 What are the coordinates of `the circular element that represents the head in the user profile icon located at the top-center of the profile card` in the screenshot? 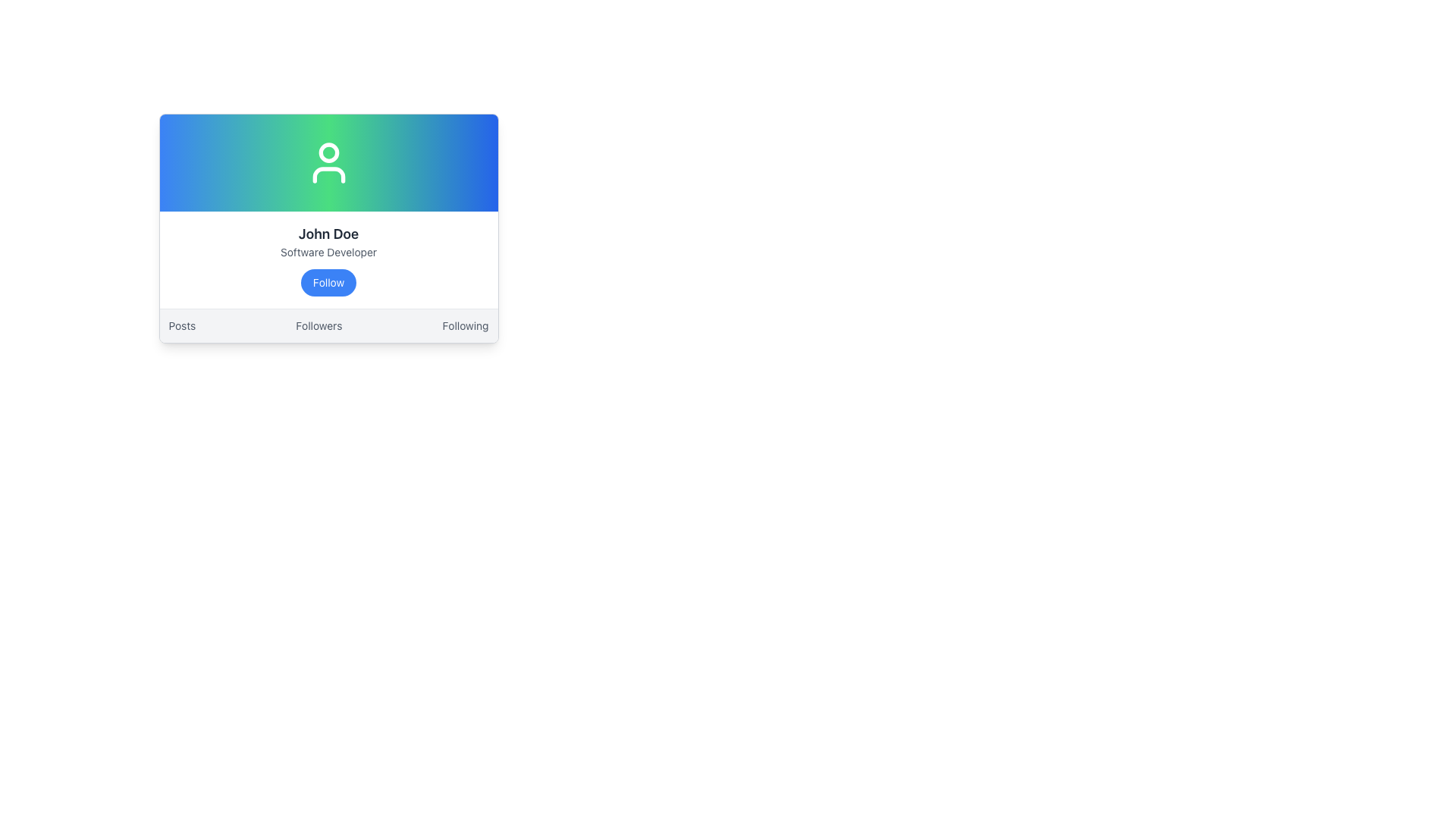 It's located at (328, 152).